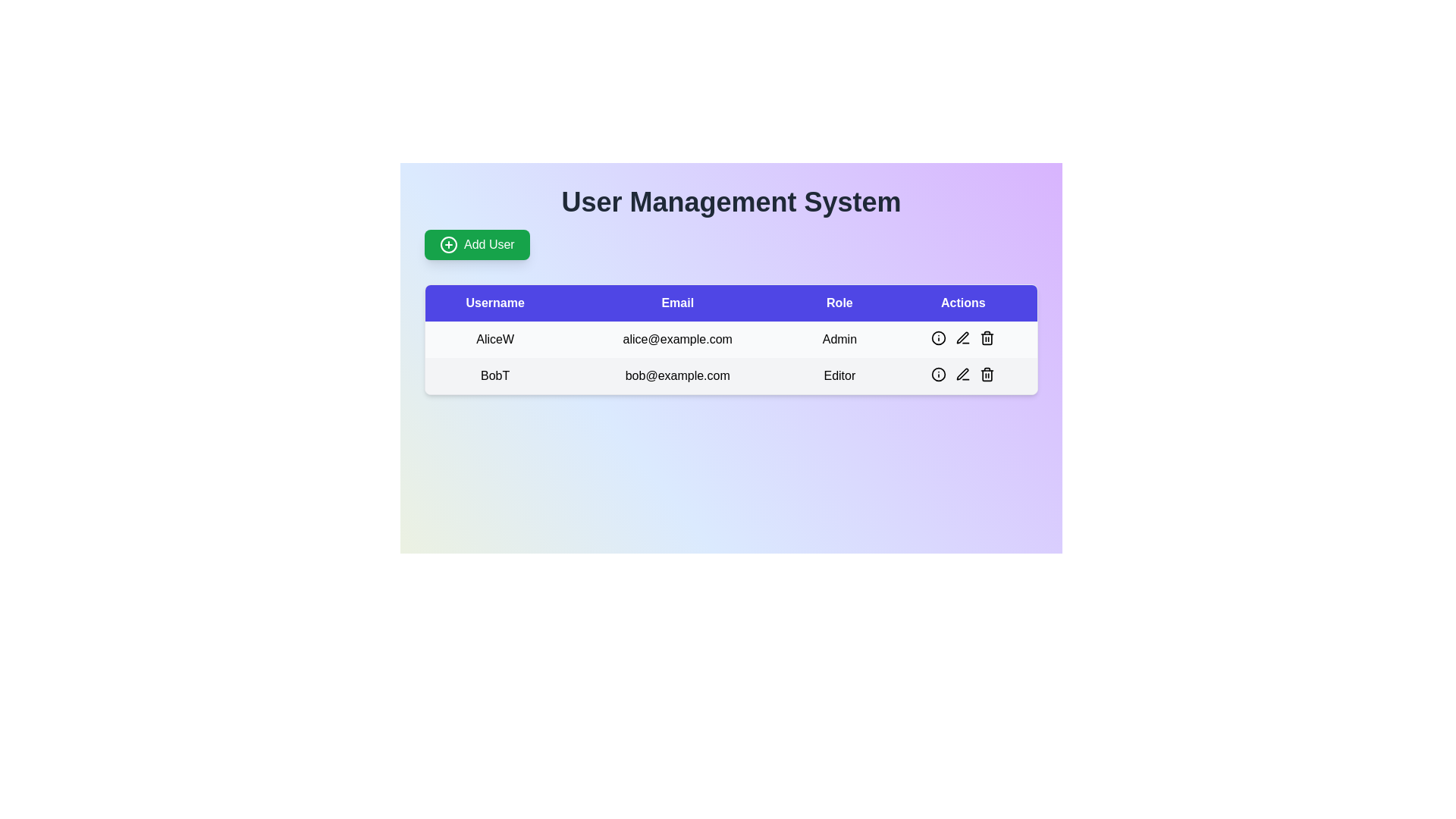  What do you see at coordinates (731, 375) in the screenshot?
I see `the second row of the table` at bounding box center [731, 375].